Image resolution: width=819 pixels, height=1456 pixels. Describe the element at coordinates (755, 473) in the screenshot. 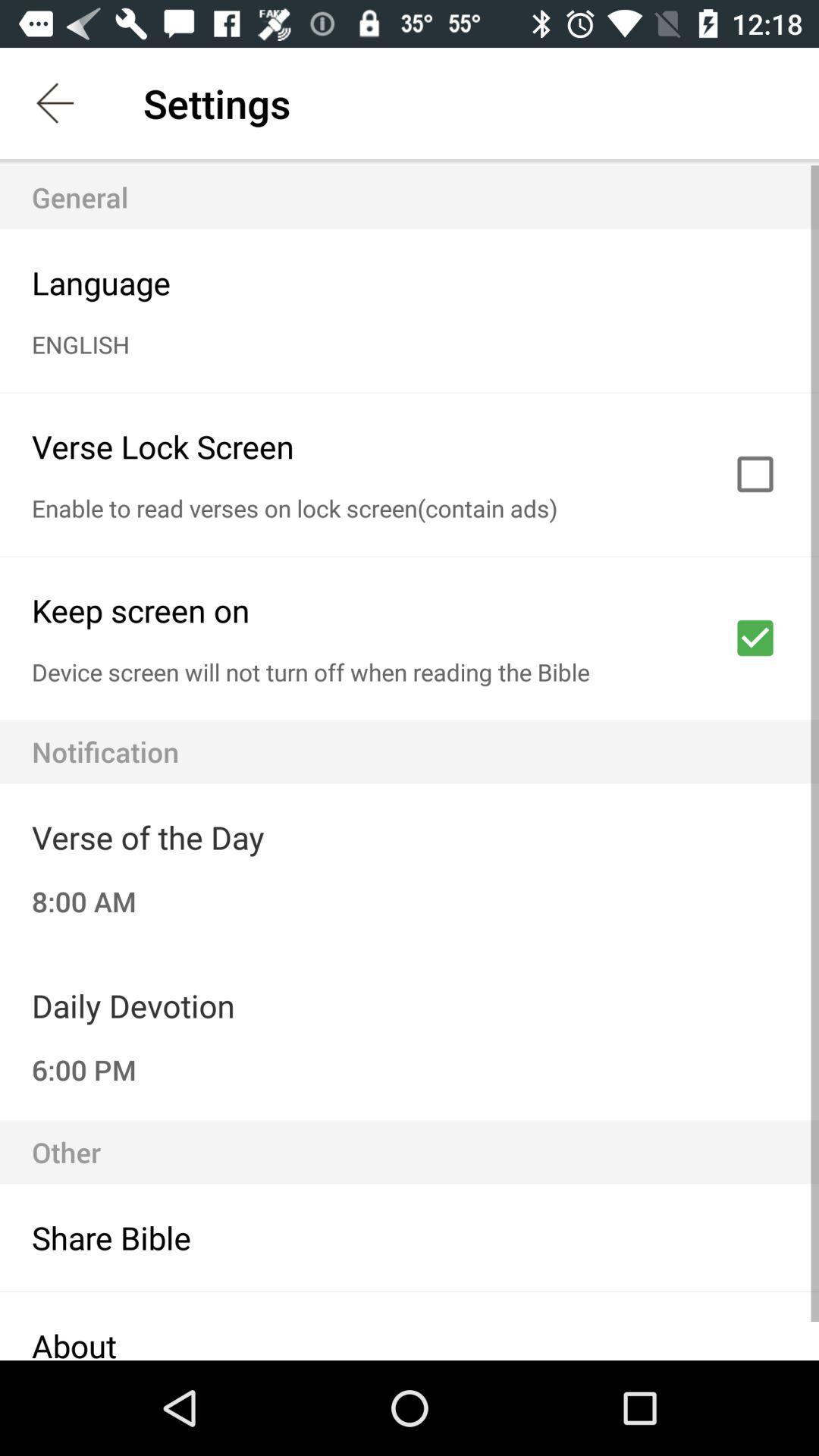

I see `check on verse lock screen option box` at that location.